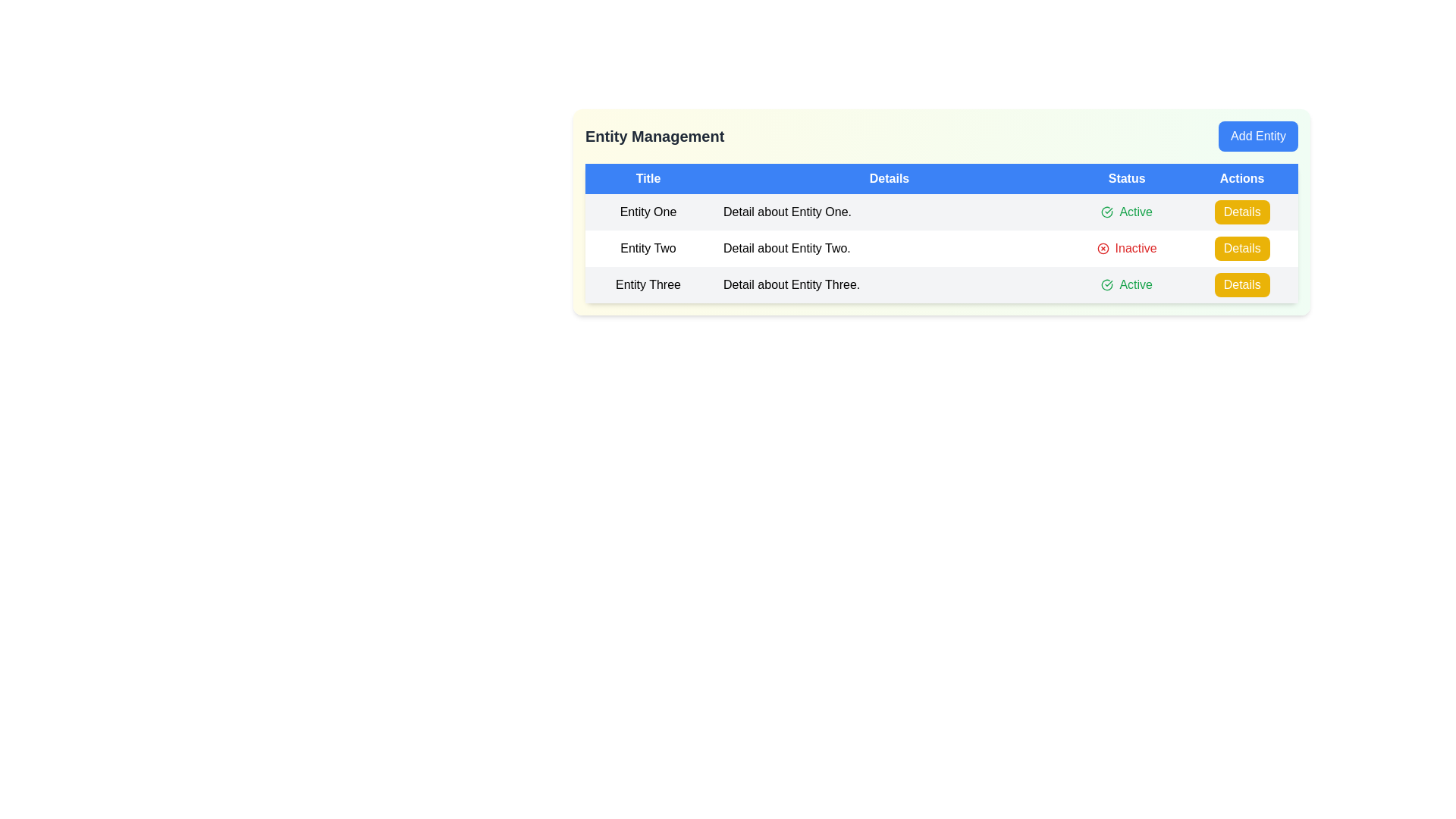  I want to click on the decorative circular checkmark icon with a green outline located in the 'Status' column next to the 'Active' label for 'Entity Three.', so click(1107, 212).